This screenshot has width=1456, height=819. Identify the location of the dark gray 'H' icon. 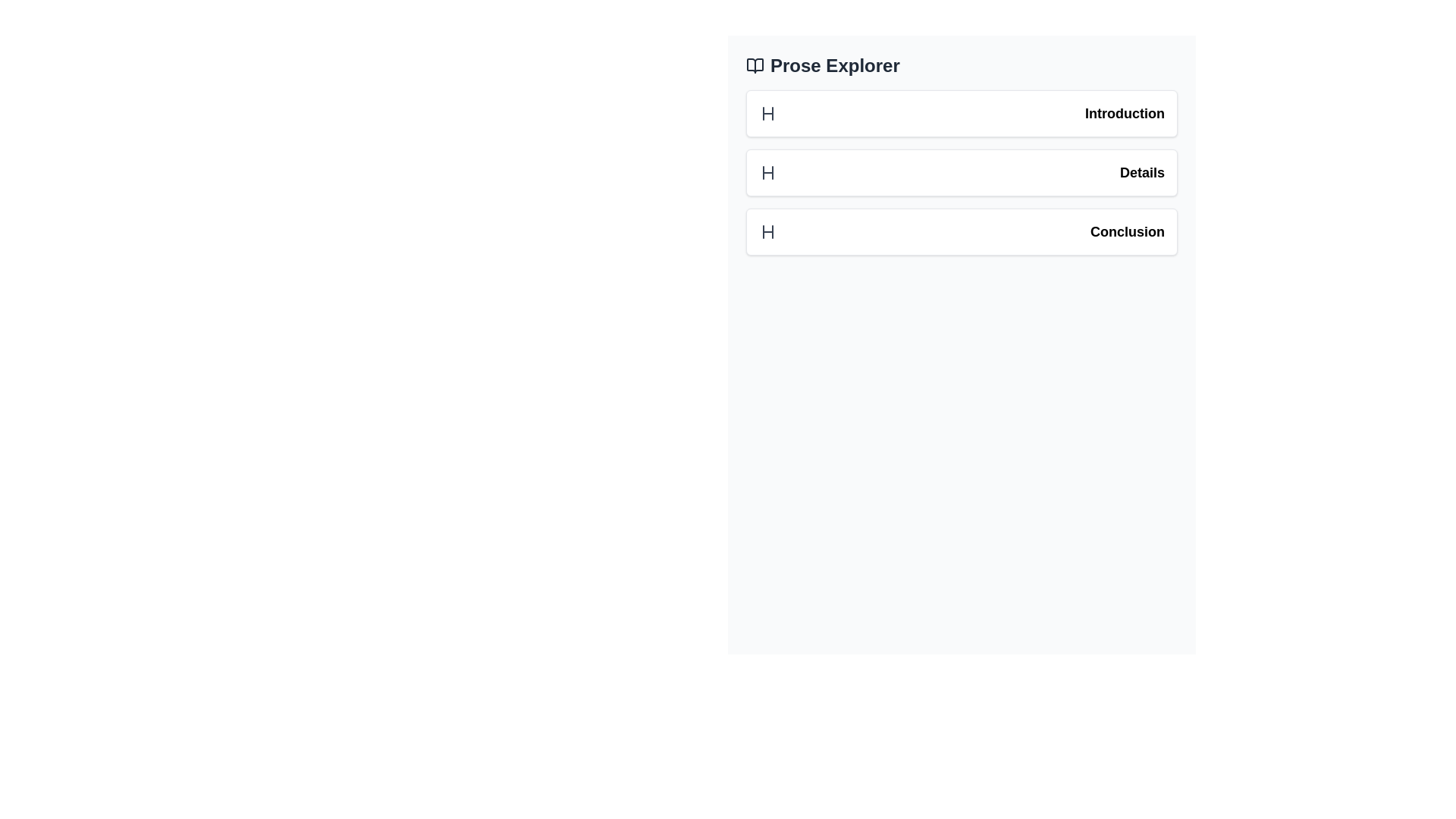
(767, 171).